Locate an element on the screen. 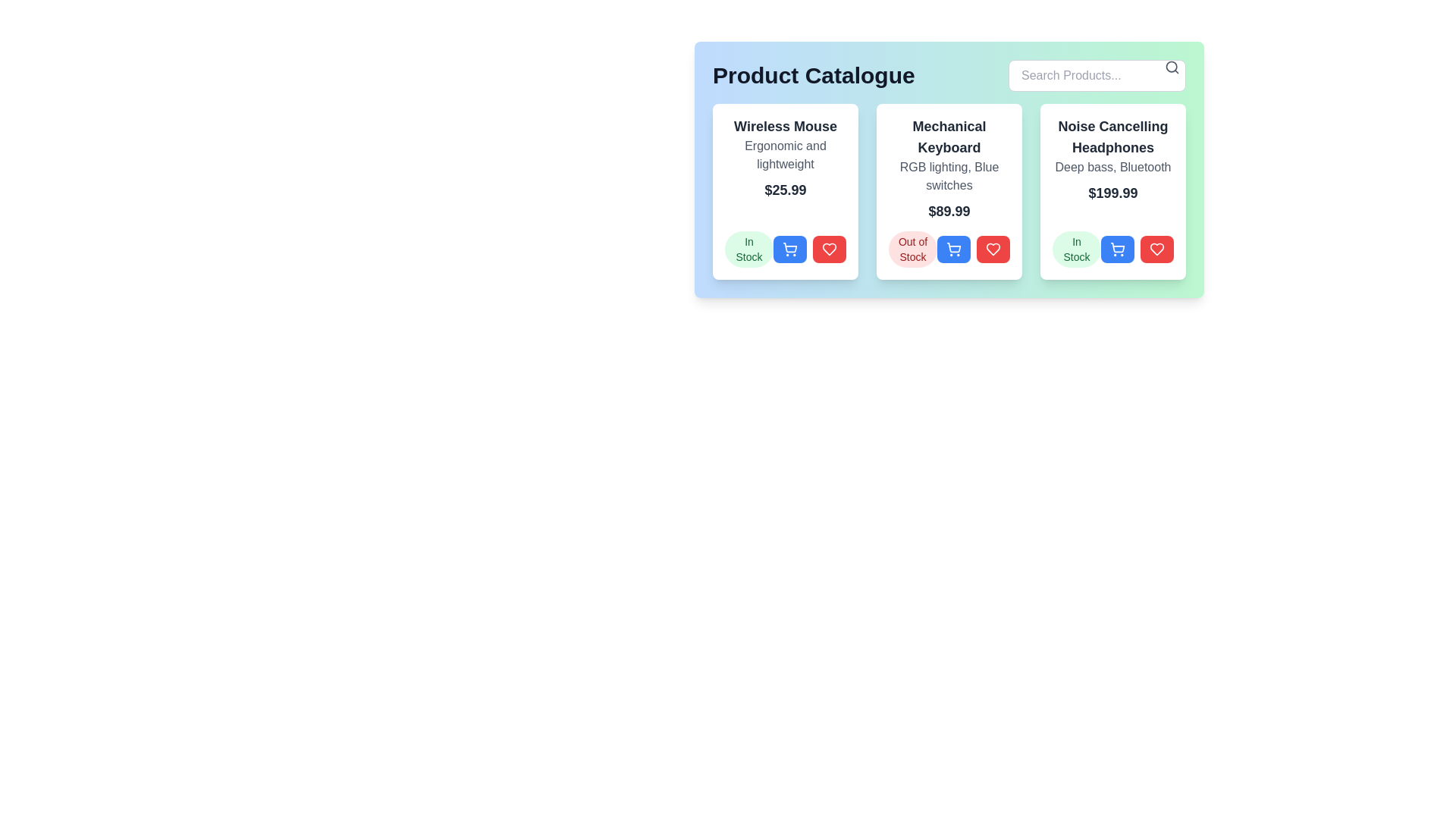 The width and height of the screenshot is (1456, 819). the Status Badge with green background and 'In Stock' text located in the bottom-left section of the product card for 'Noise Cancelling Headphones' to get stock status information is located at coordinates (1076, 248).